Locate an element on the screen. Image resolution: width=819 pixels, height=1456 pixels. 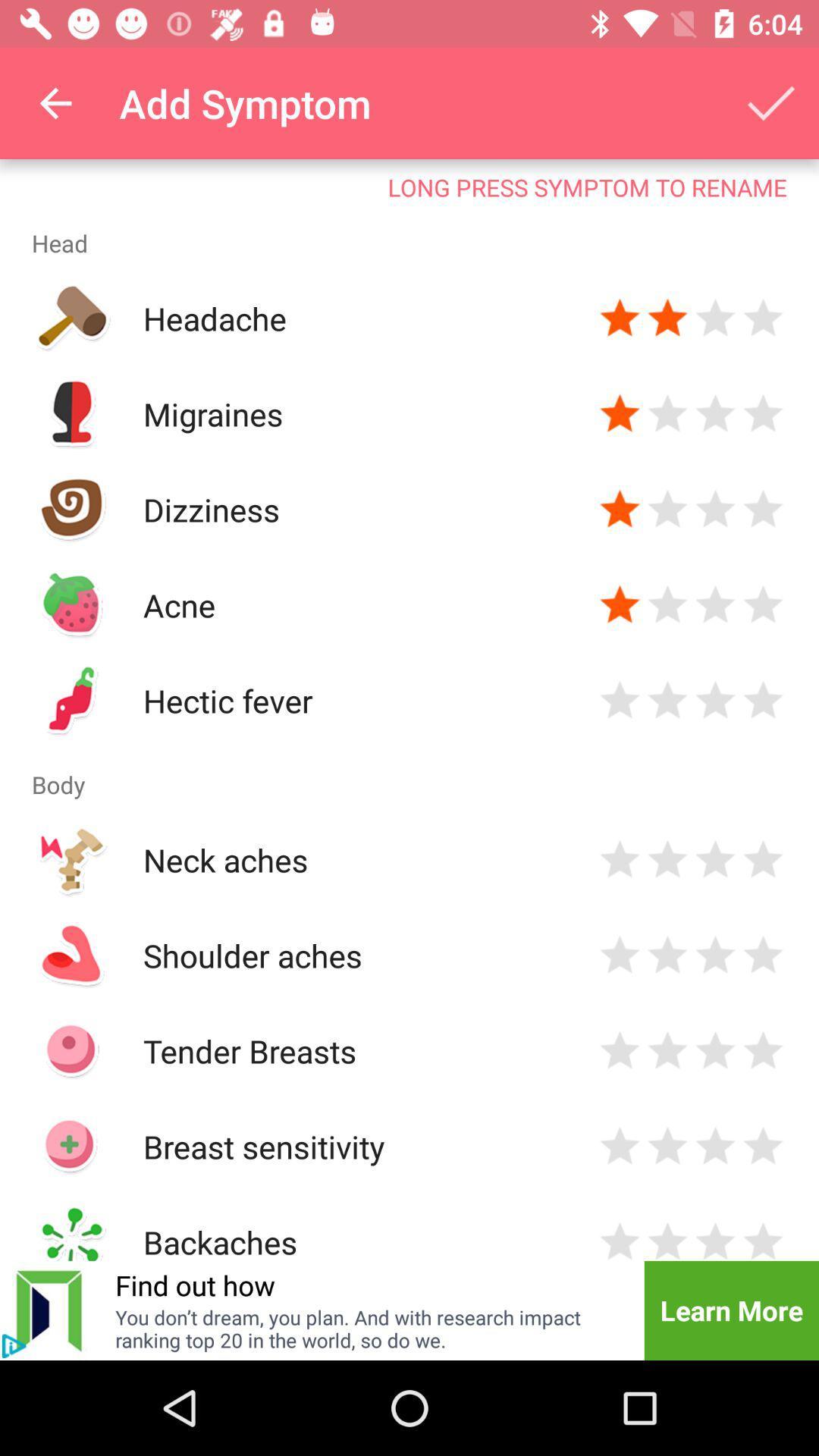
rate intensity of symptom is located at coordinates (715, 954).